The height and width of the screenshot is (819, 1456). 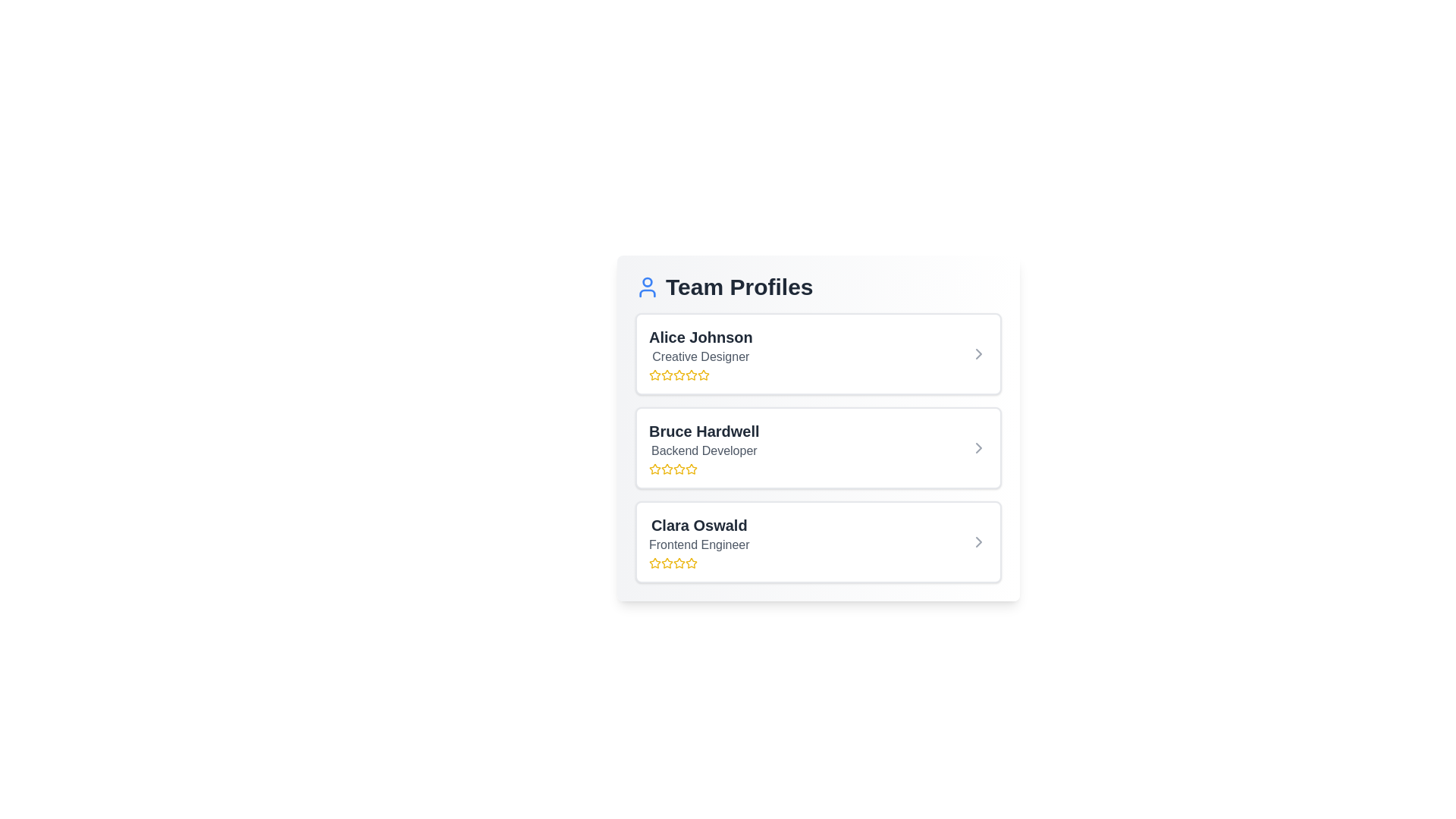 What do you see at coordinates (702, 375) in the screenshot?
I see `the rating to 5 stars by clicking on the corresponding star` at bounding box center [702, 375].